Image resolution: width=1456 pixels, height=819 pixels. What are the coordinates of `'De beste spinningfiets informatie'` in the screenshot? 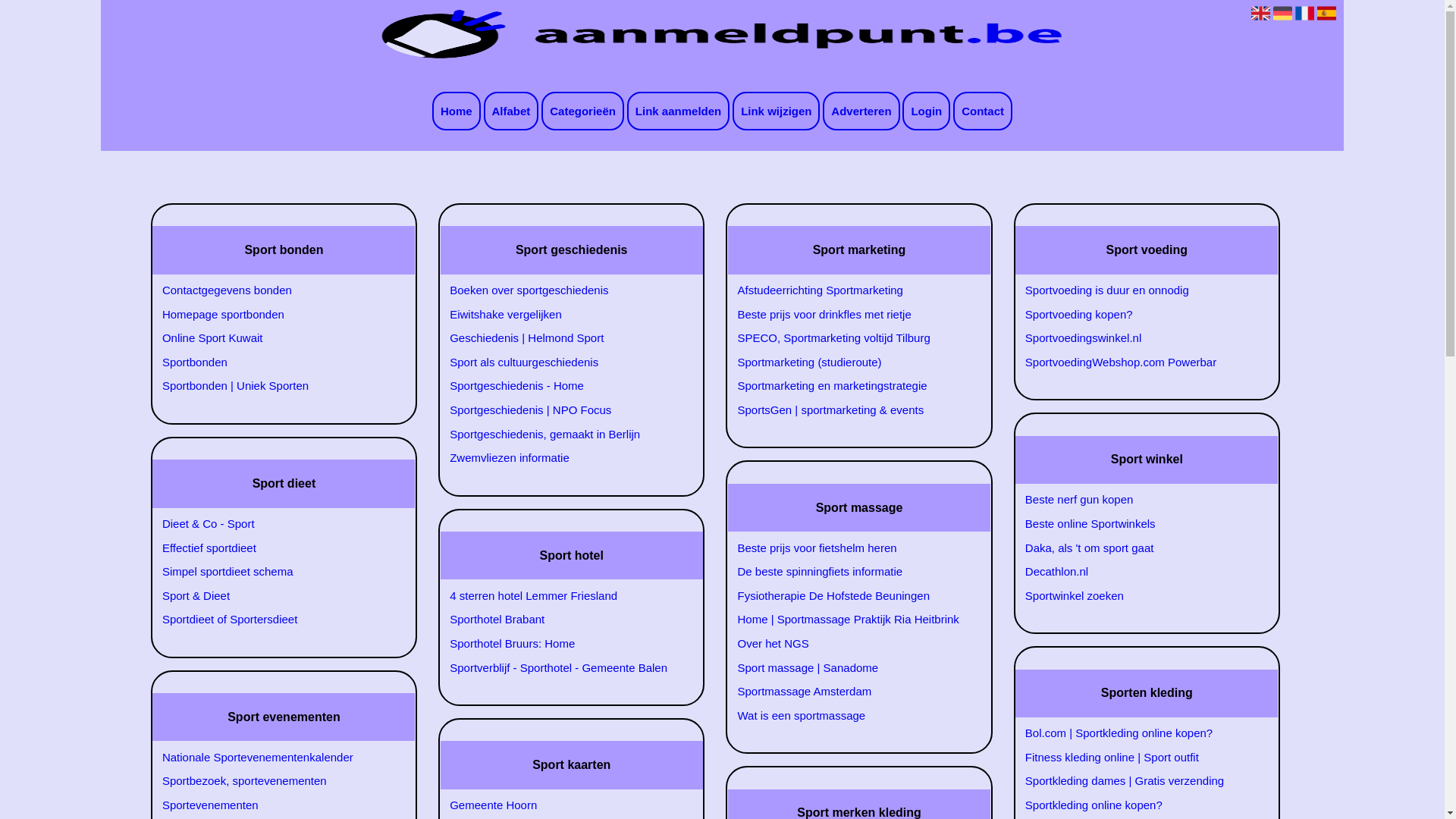 It's located at (729, 571).